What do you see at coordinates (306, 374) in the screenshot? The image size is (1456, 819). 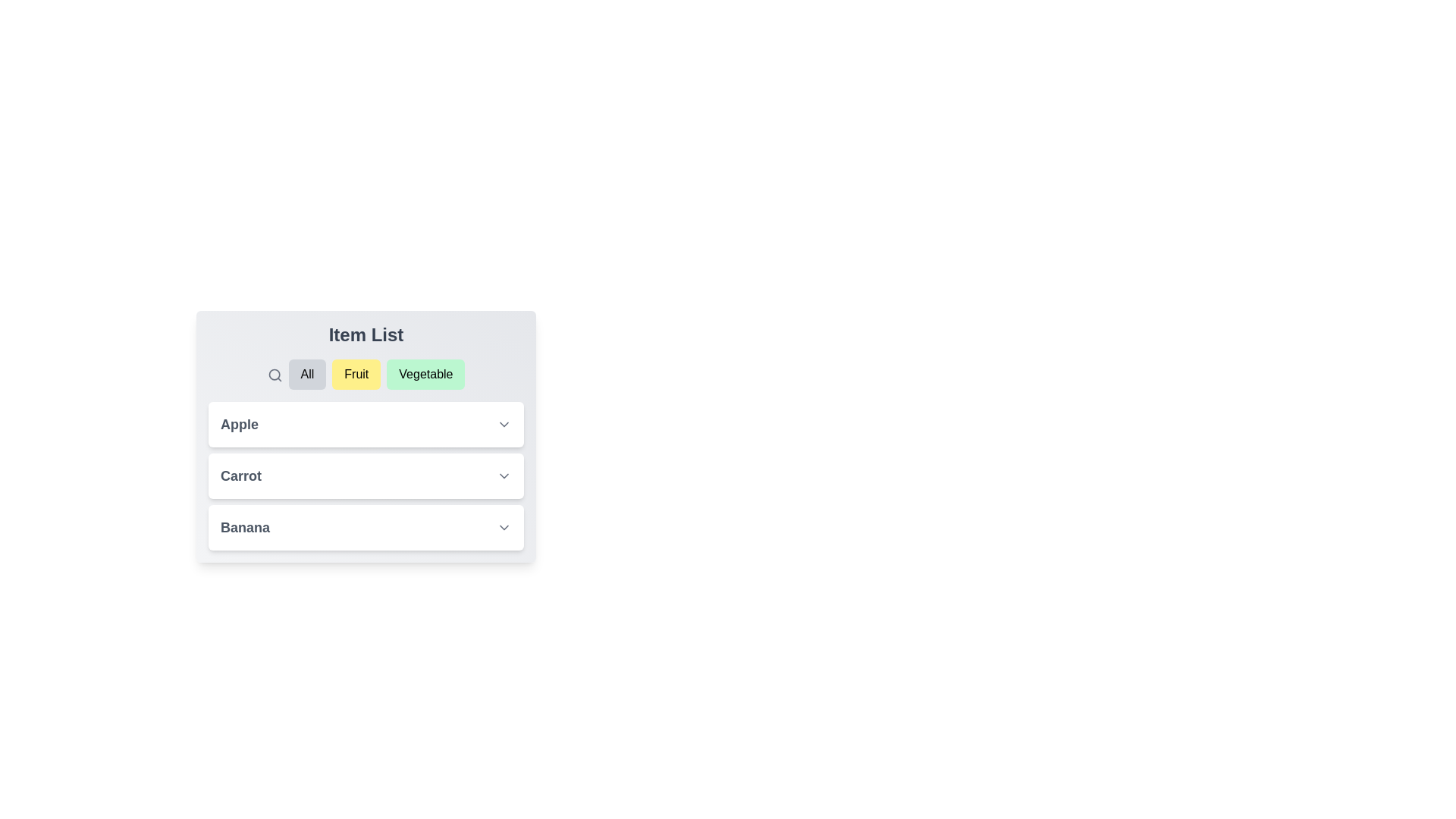 I see `'All' button to display all items` at bounding box center [306, 374].